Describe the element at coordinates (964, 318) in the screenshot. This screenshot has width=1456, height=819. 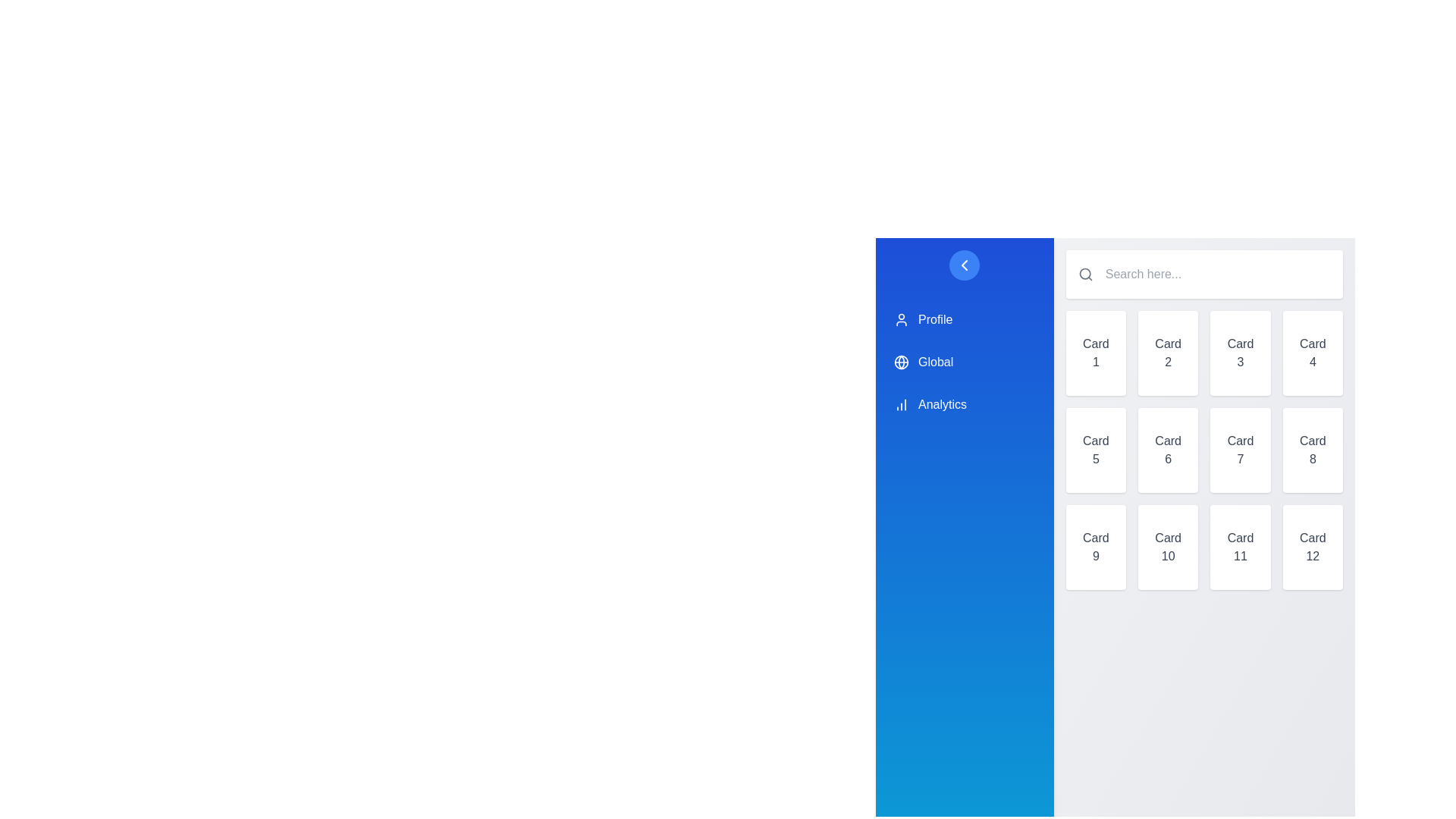
I see `the navigation menu item labeled Profile` at that location.